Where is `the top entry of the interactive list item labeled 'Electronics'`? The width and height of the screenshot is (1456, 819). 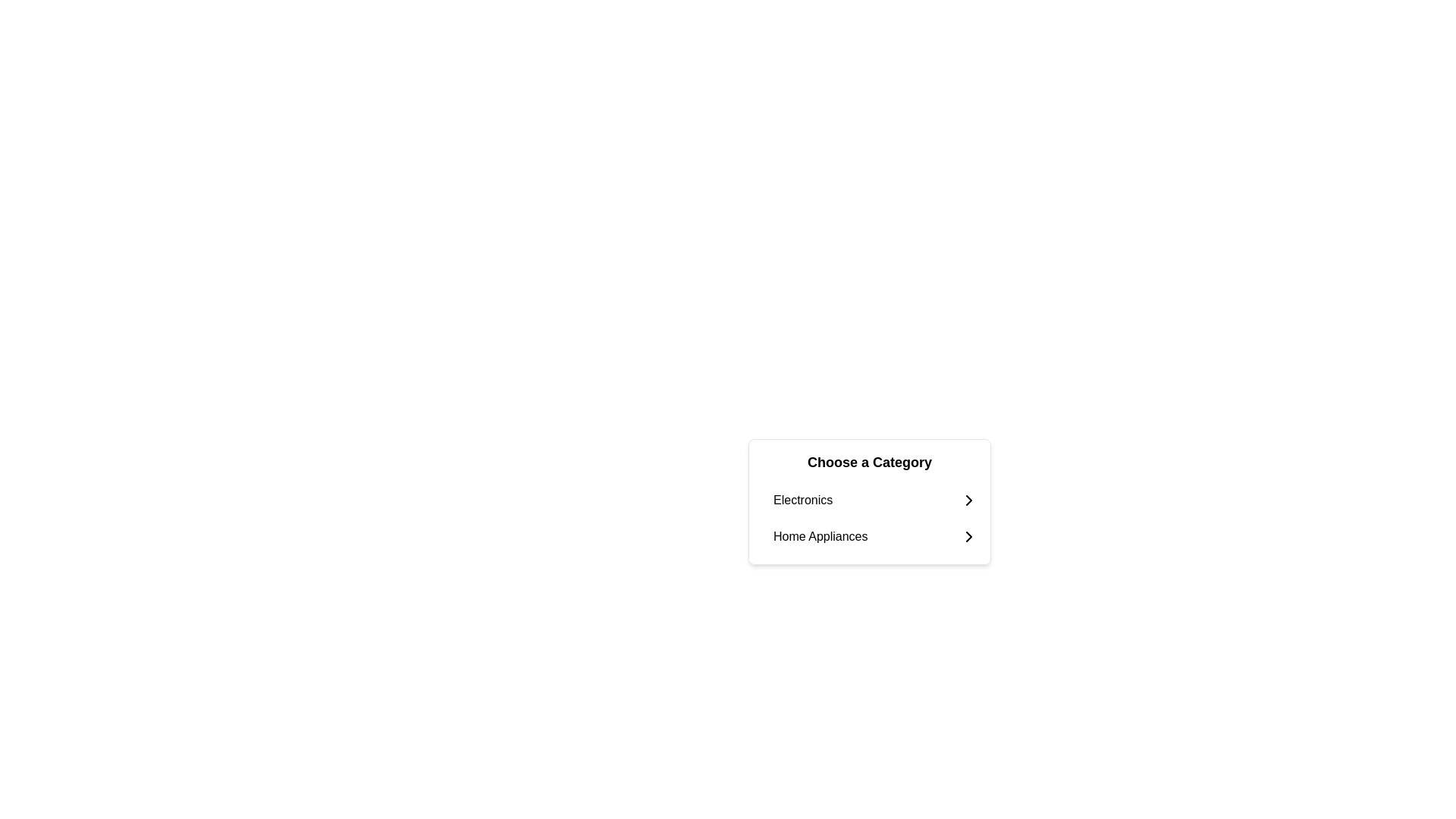 the top entry of the interactive list item labeled 'Electronics' is located at coordinates (876, 500).